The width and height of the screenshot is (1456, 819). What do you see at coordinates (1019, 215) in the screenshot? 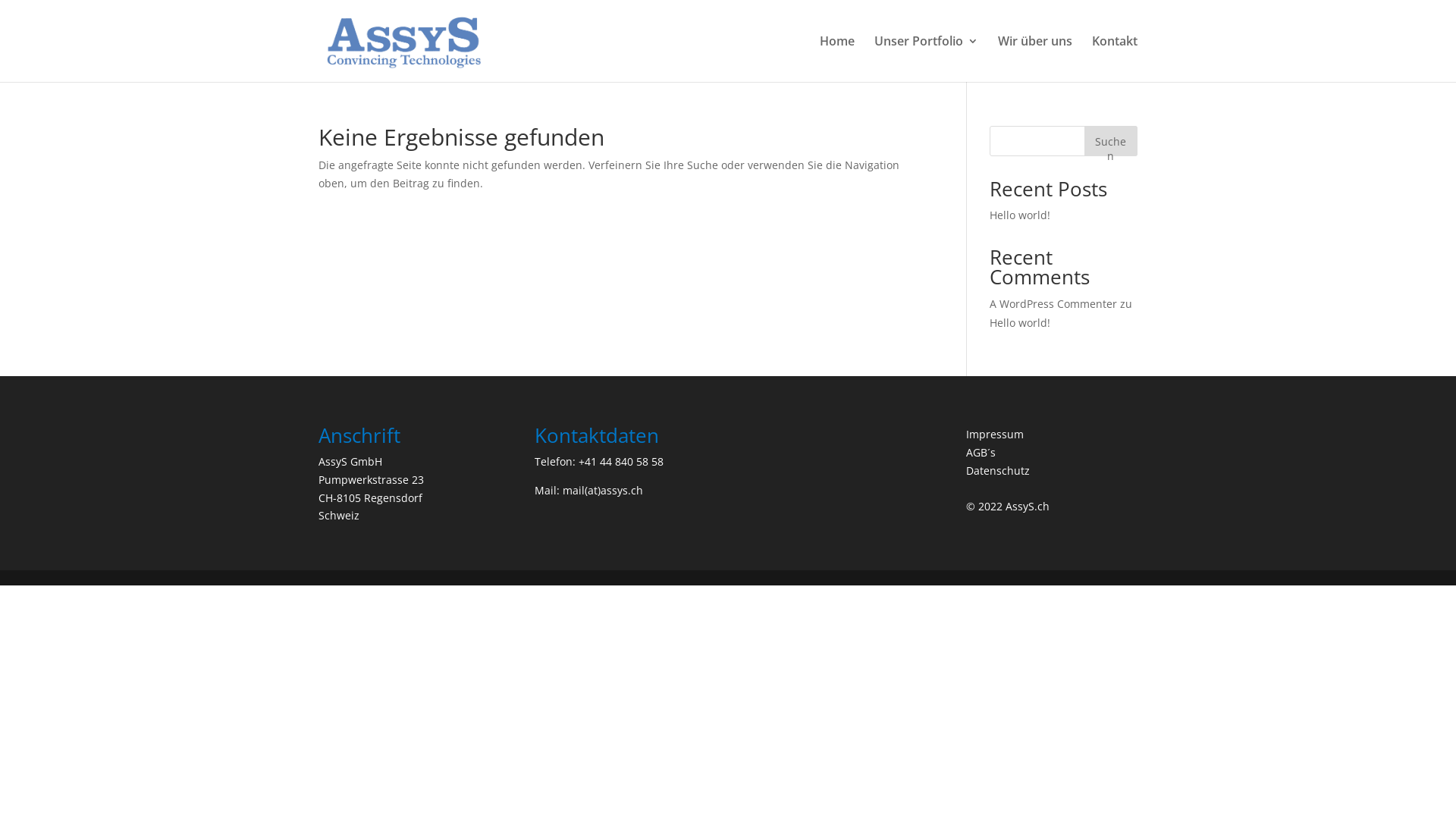
I see `'Hello world!'` at bounding box center [1019, 215].